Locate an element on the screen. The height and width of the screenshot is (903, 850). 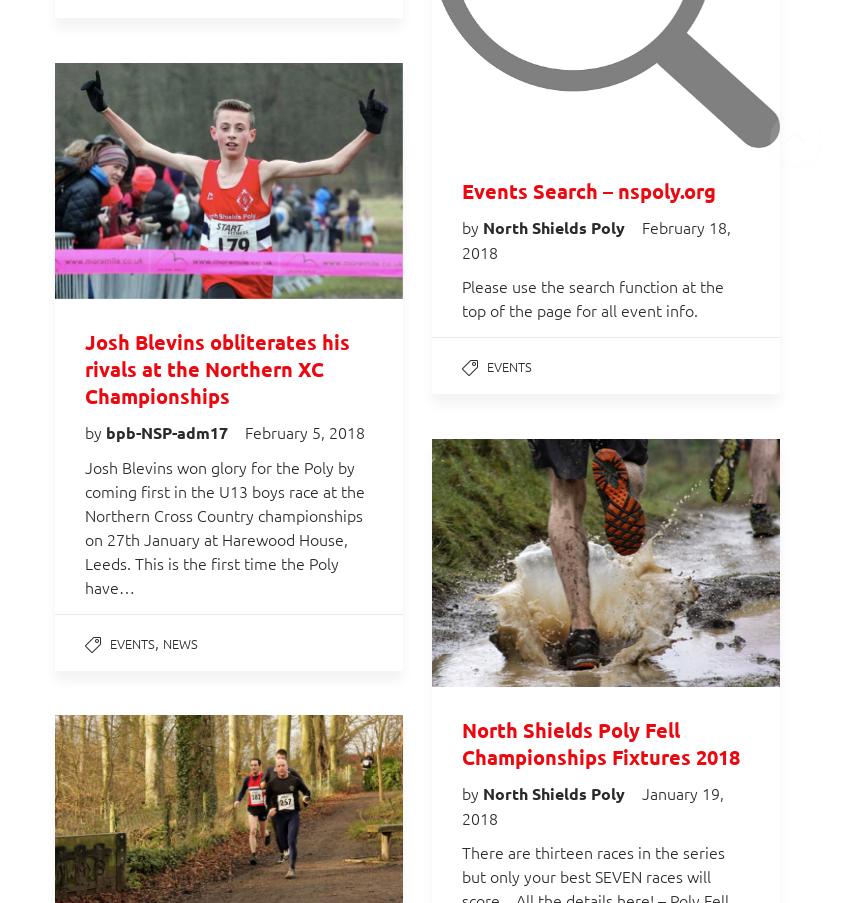
',' is located at coordinates (159, 641).